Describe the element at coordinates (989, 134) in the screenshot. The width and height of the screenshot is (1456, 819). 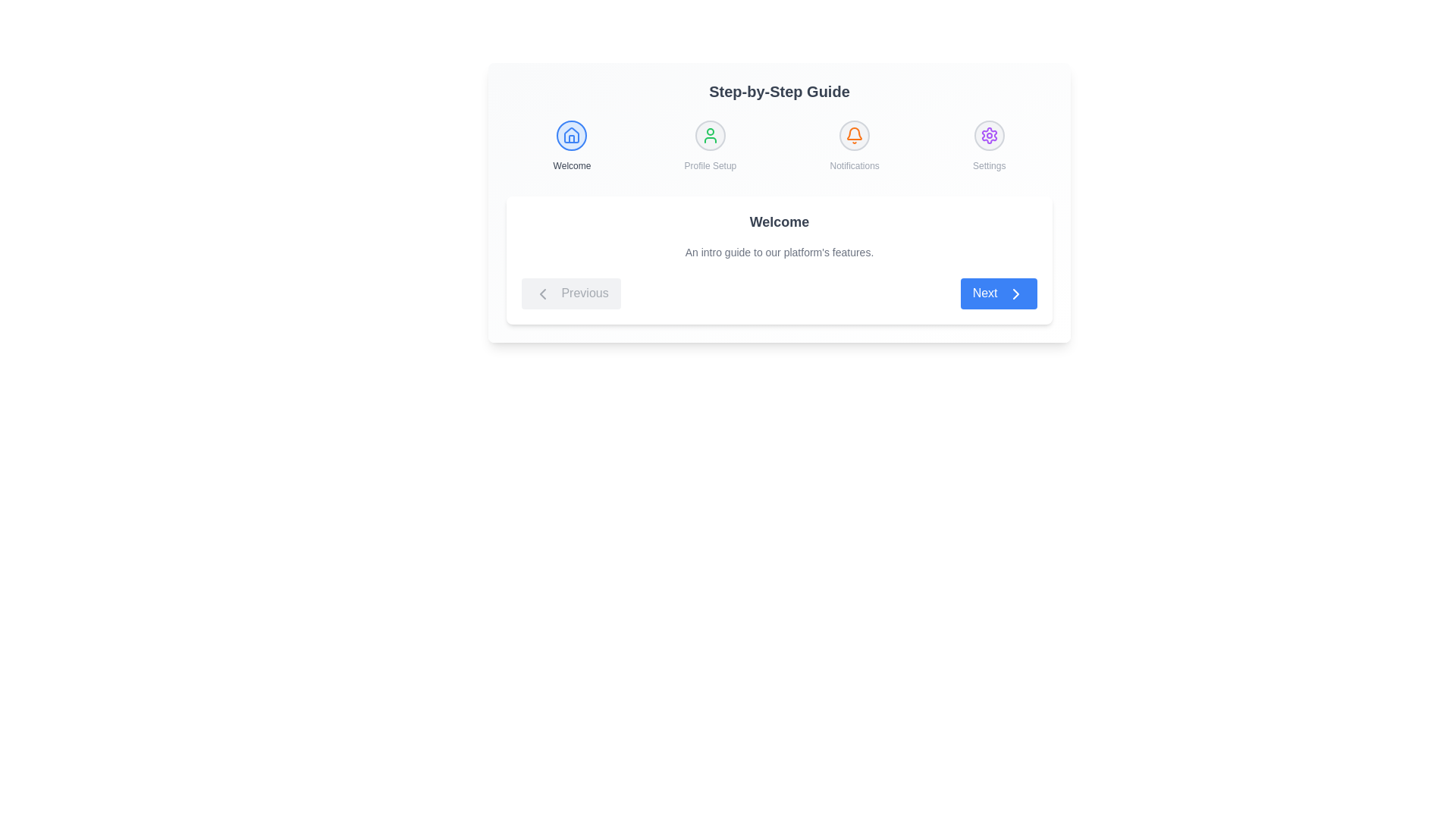
I see `the circular button with a light gray background and a purple gear icon, located in the top right area of the interface, to the right of the 'Notifications' section and above the 'Settings' label` at that location.